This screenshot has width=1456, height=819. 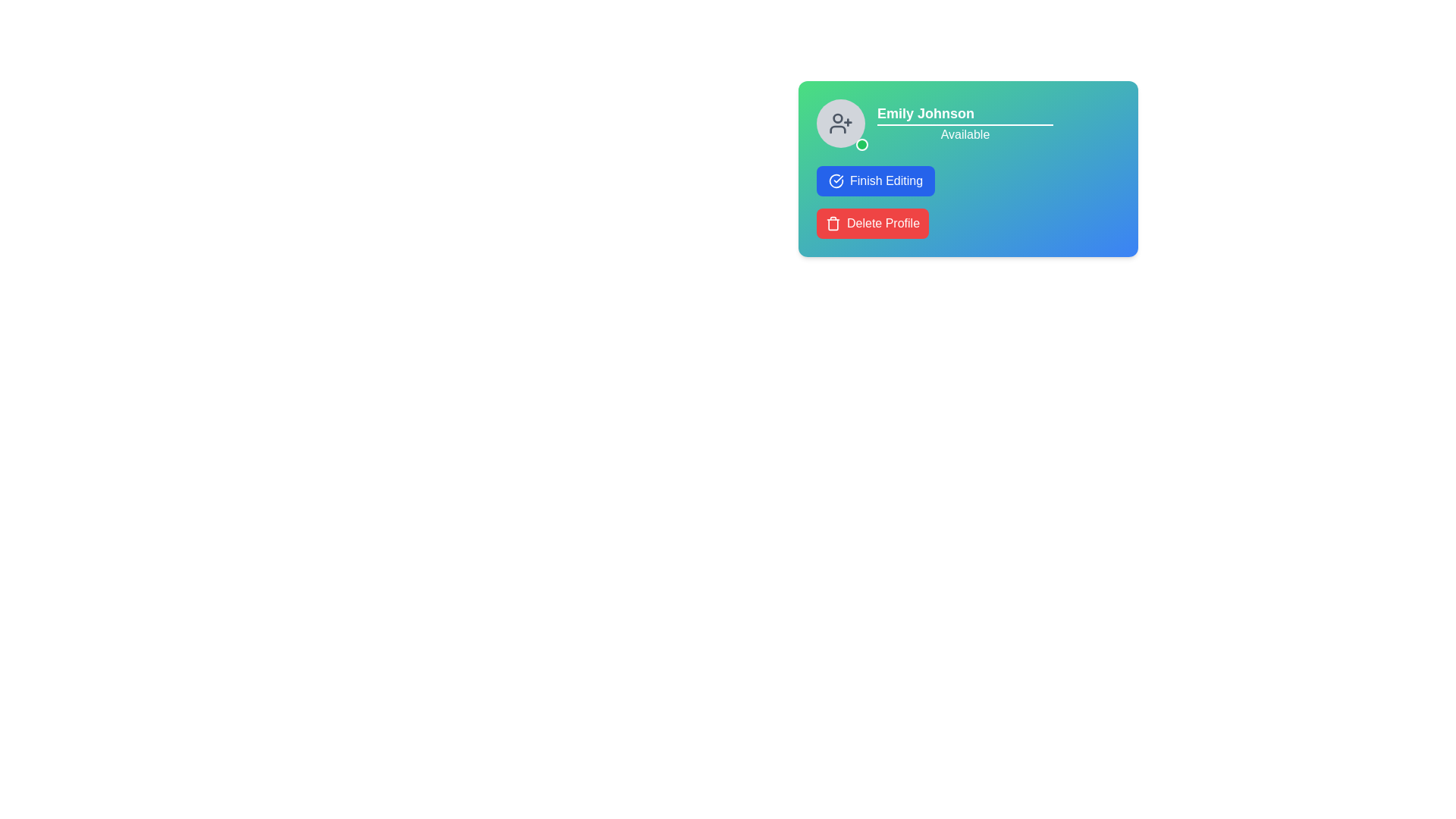 I want to click on the bottom curved segment of the user profile picture icon, which is part of an SVG graphic with the class 'lucide lucide-user-plus text-gray-600', so click(x=836, y=128).